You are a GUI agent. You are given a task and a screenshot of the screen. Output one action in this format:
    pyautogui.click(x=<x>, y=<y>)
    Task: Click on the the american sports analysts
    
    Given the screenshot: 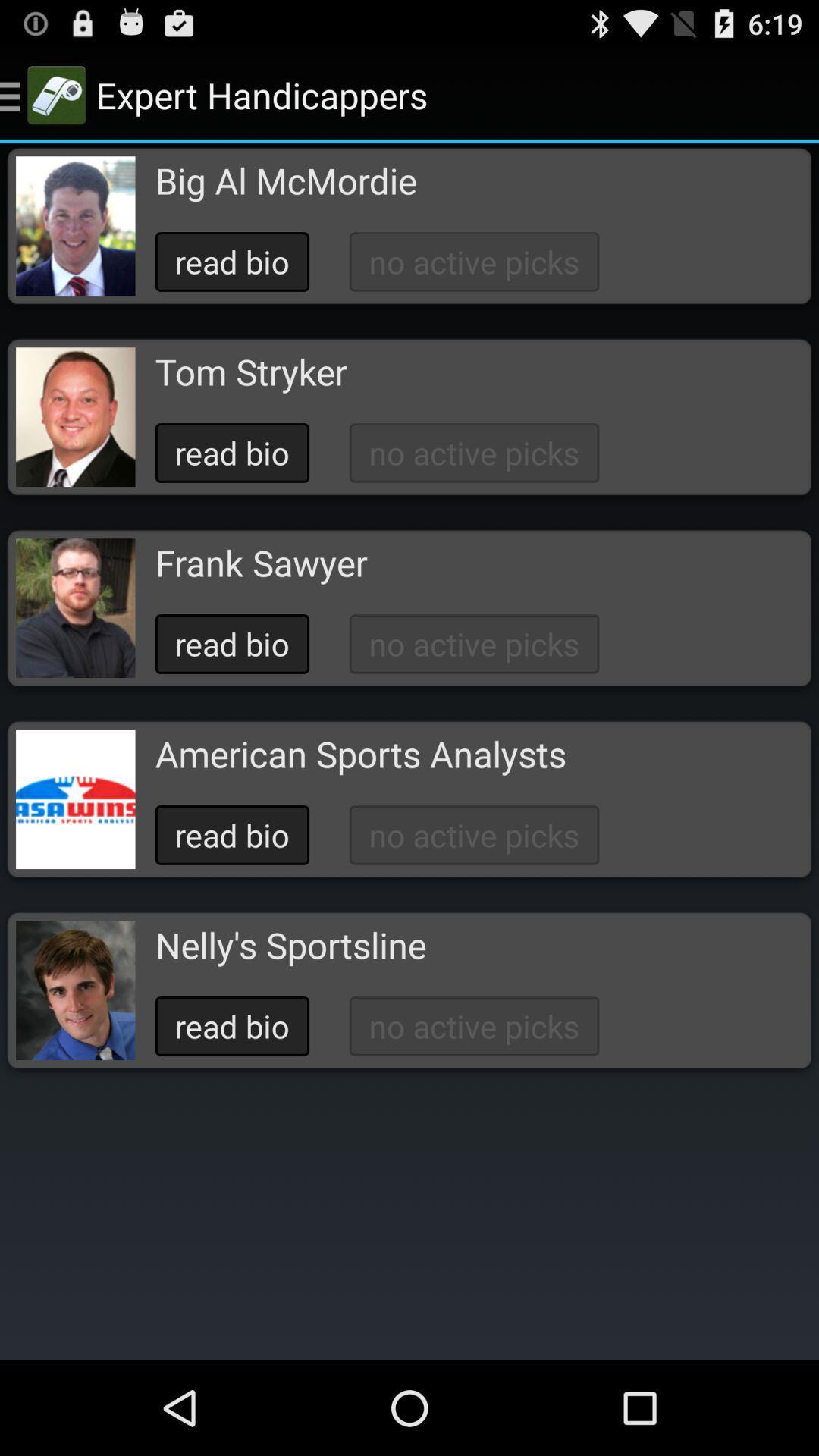 What is the action you would take?
    pyautogui.click(x=360, y=754)
    